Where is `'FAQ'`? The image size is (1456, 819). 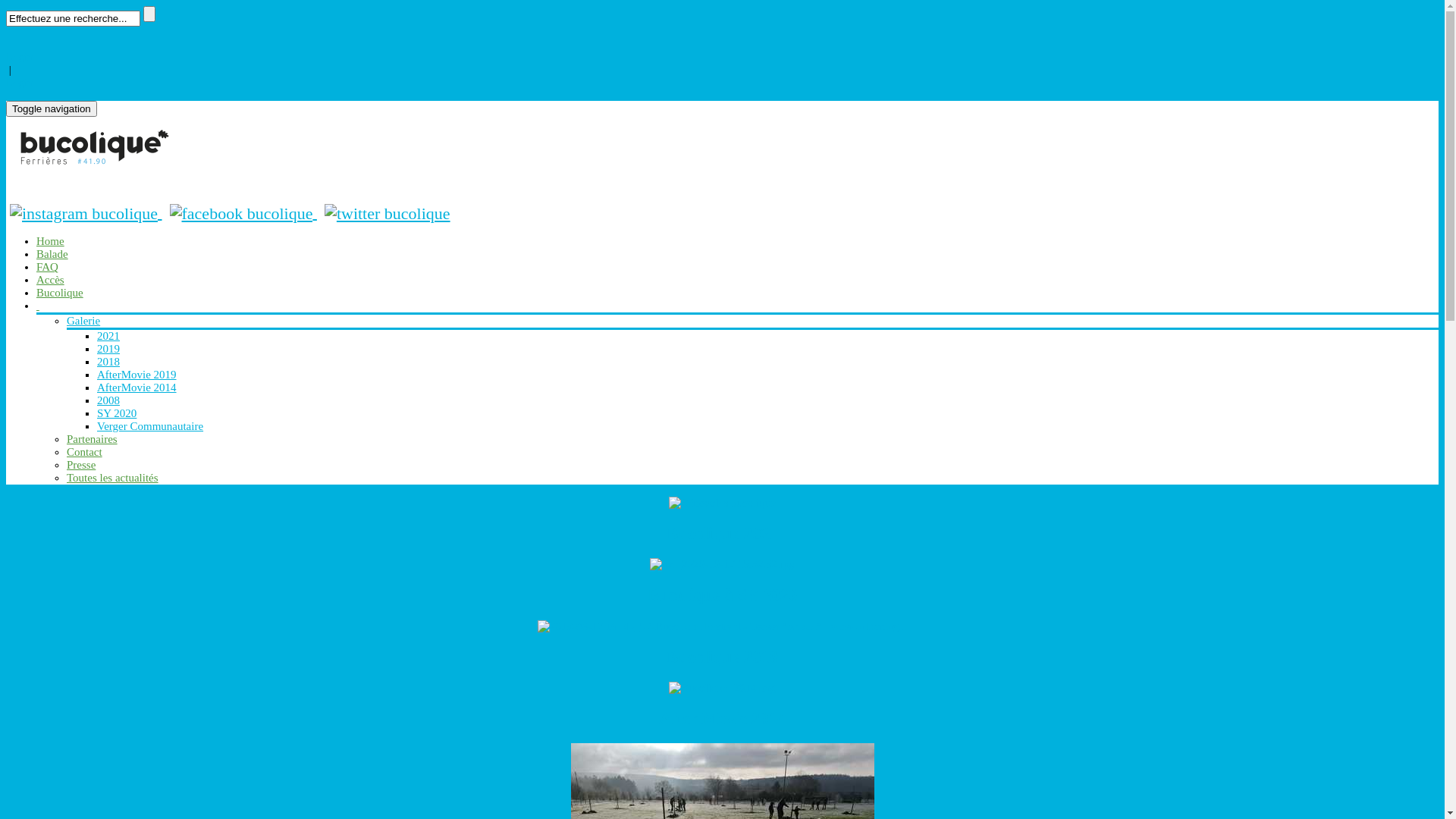 'FAQ' is located at coordinates (36, 265).